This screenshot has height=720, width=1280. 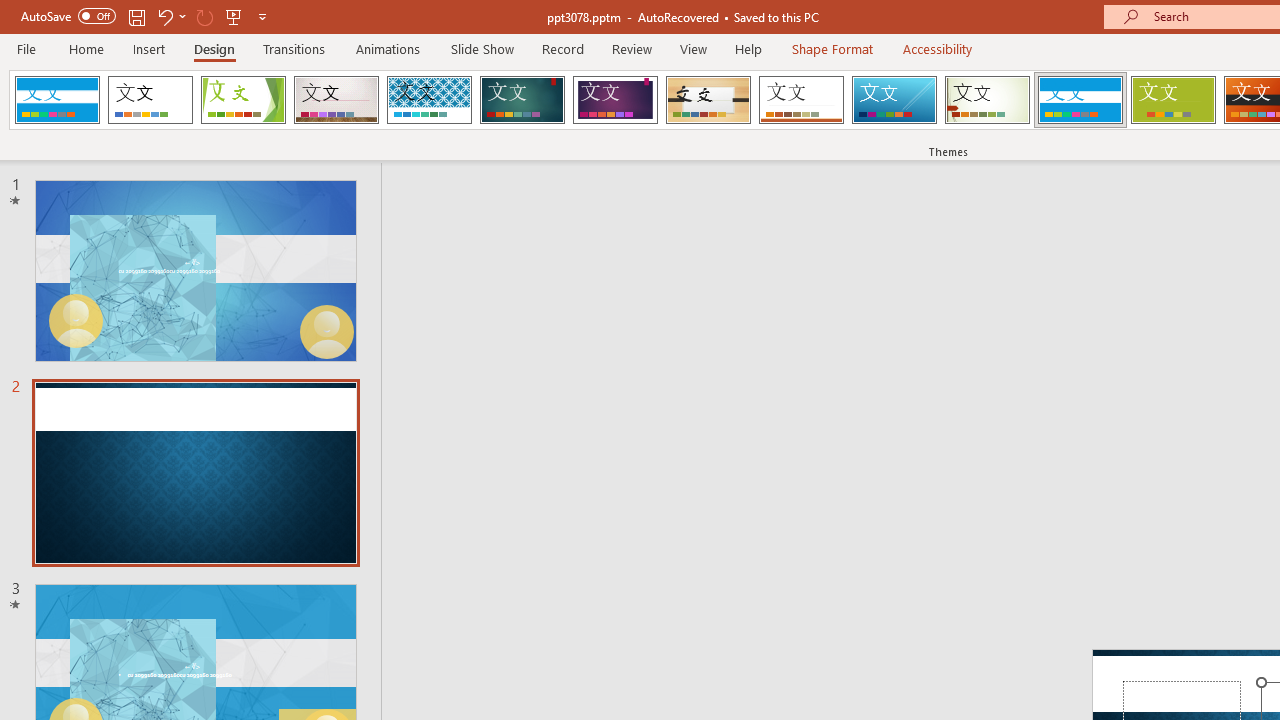 What do you see at coordinates (242, 100) in the screenshot?
I see `'Facet'` at bounding box center [242, 100].